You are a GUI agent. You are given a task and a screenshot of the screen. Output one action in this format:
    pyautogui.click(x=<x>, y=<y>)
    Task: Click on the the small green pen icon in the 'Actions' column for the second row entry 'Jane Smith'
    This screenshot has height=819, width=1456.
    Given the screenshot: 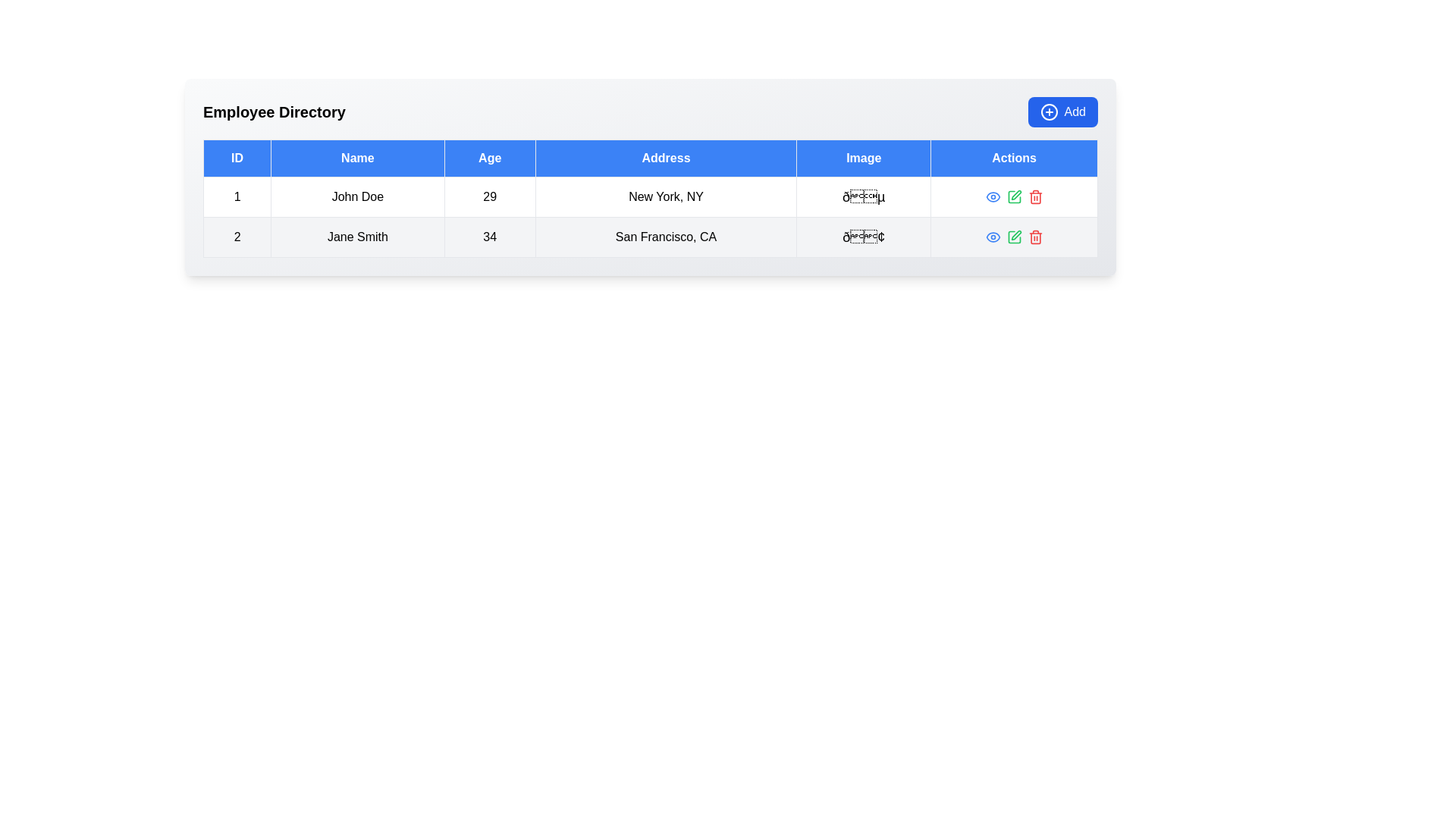 What is the action you would take?
    pyautogui.click(x=1016, y=194)
    